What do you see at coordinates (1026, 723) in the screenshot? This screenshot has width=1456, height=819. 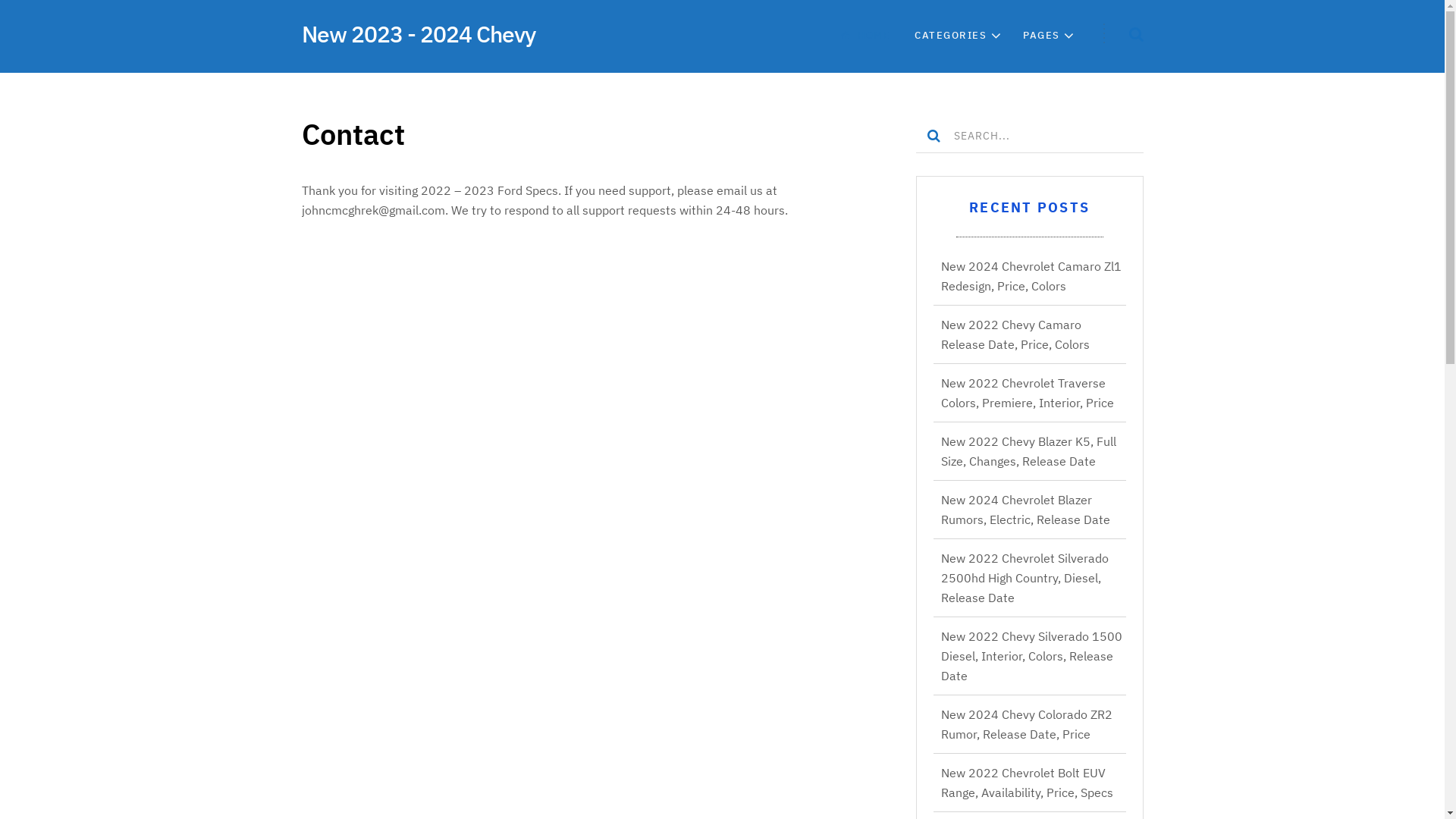 I see `'New 2024 Chevy Colorado ZR2 Rumor, Release Date, Price'` at bounding box center [1026, 723].